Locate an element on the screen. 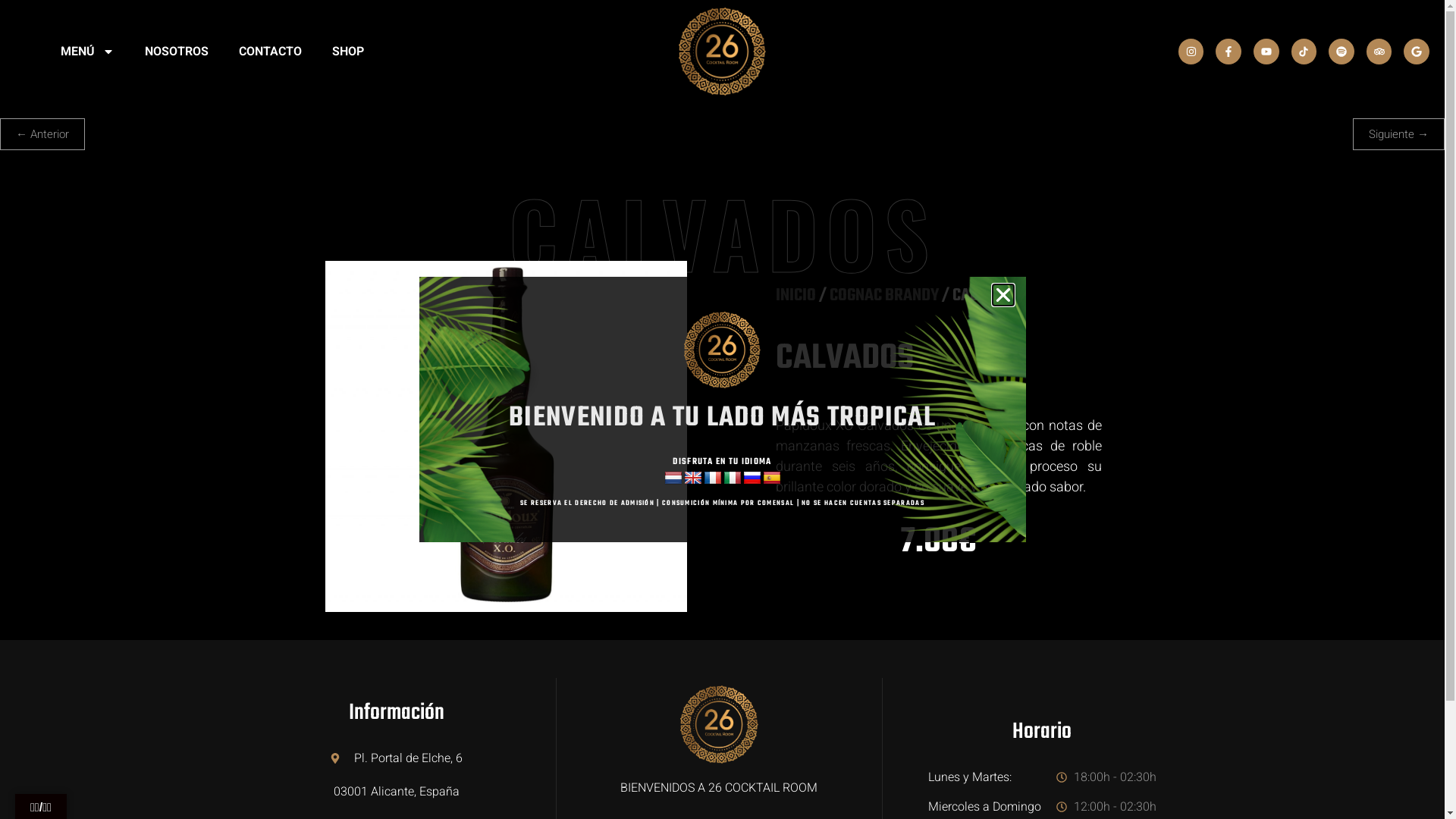 This screenshot has height=819, width=1456. 'INICIO' is located at coordinates (794, 295).